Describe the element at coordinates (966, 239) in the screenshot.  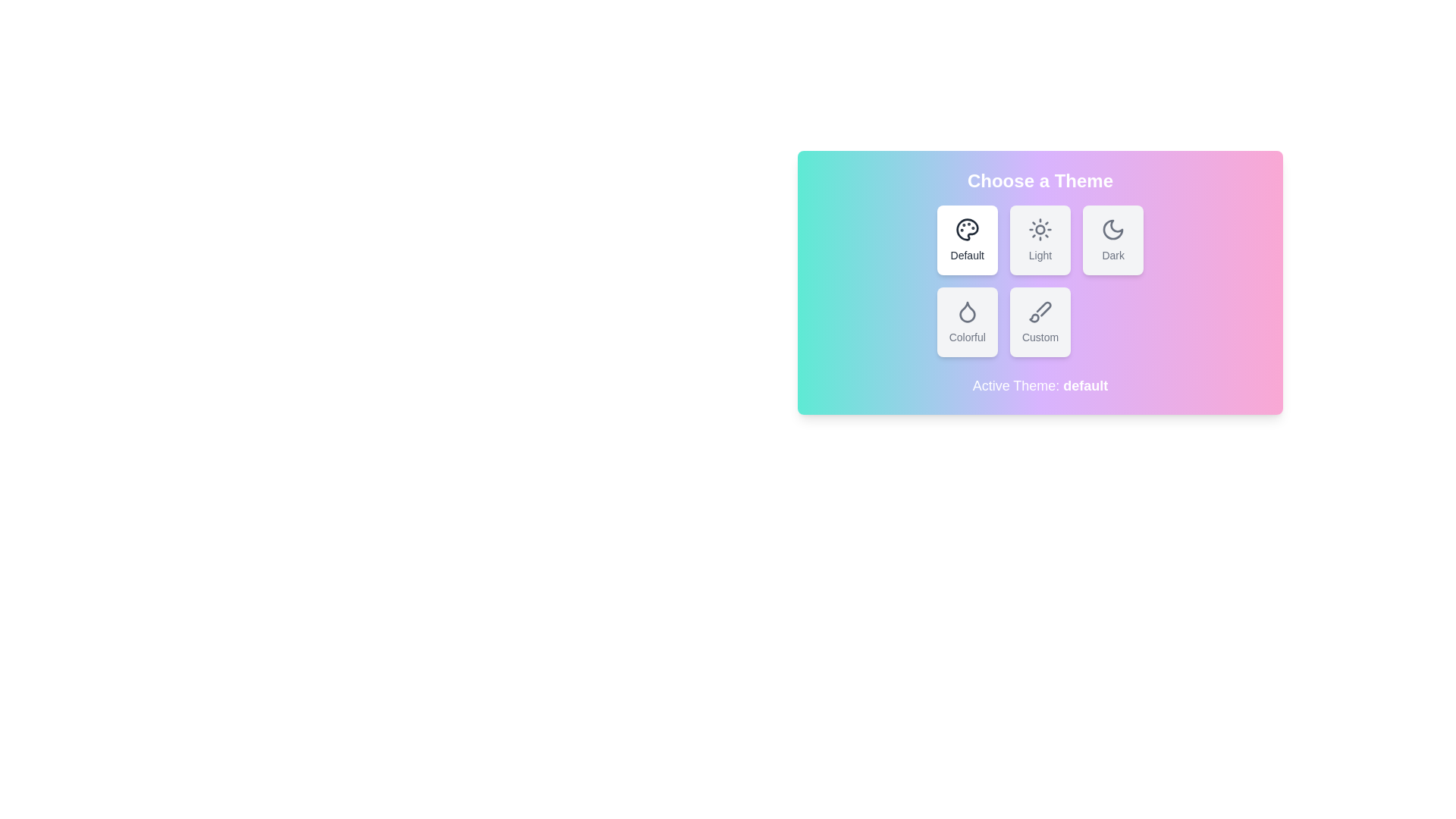
I see `the theme default by clicking the corresponding button` at that location.